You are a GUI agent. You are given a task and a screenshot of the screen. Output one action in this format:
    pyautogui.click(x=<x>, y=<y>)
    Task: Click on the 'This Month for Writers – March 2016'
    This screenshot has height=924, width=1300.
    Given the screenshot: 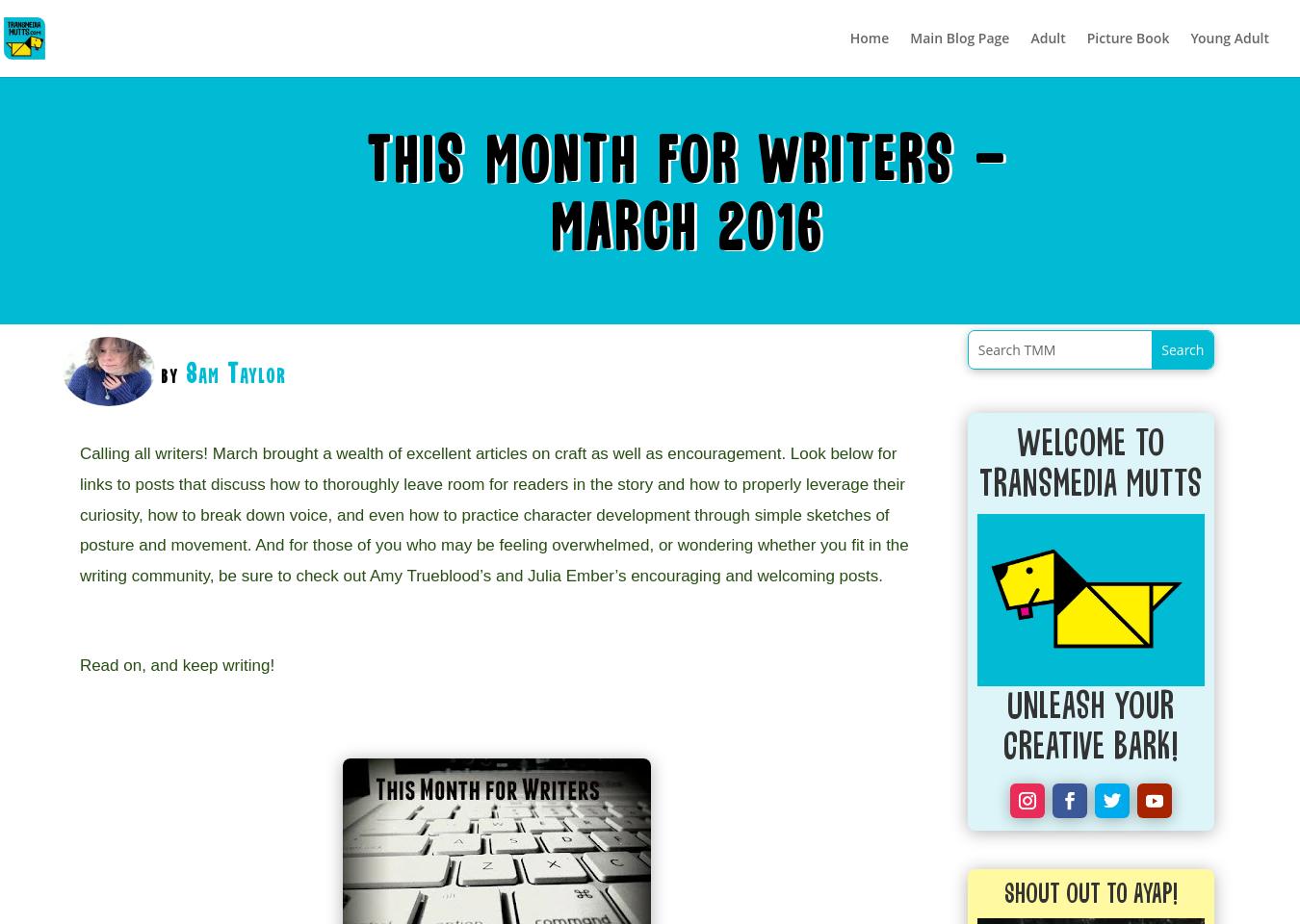 What is the action you would take?
    pyautogui.click(x=368, y=196)
    